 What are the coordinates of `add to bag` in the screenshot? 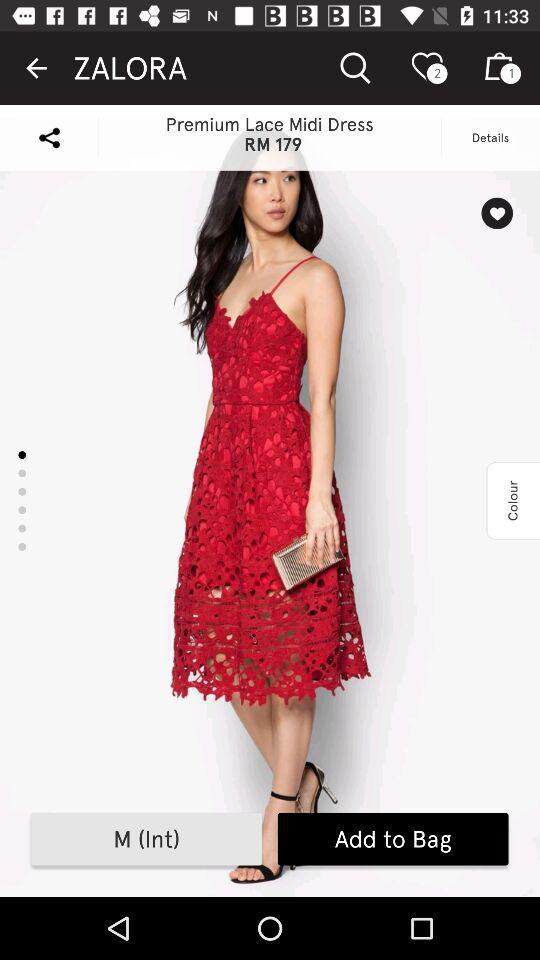 It's located at (393, 839).